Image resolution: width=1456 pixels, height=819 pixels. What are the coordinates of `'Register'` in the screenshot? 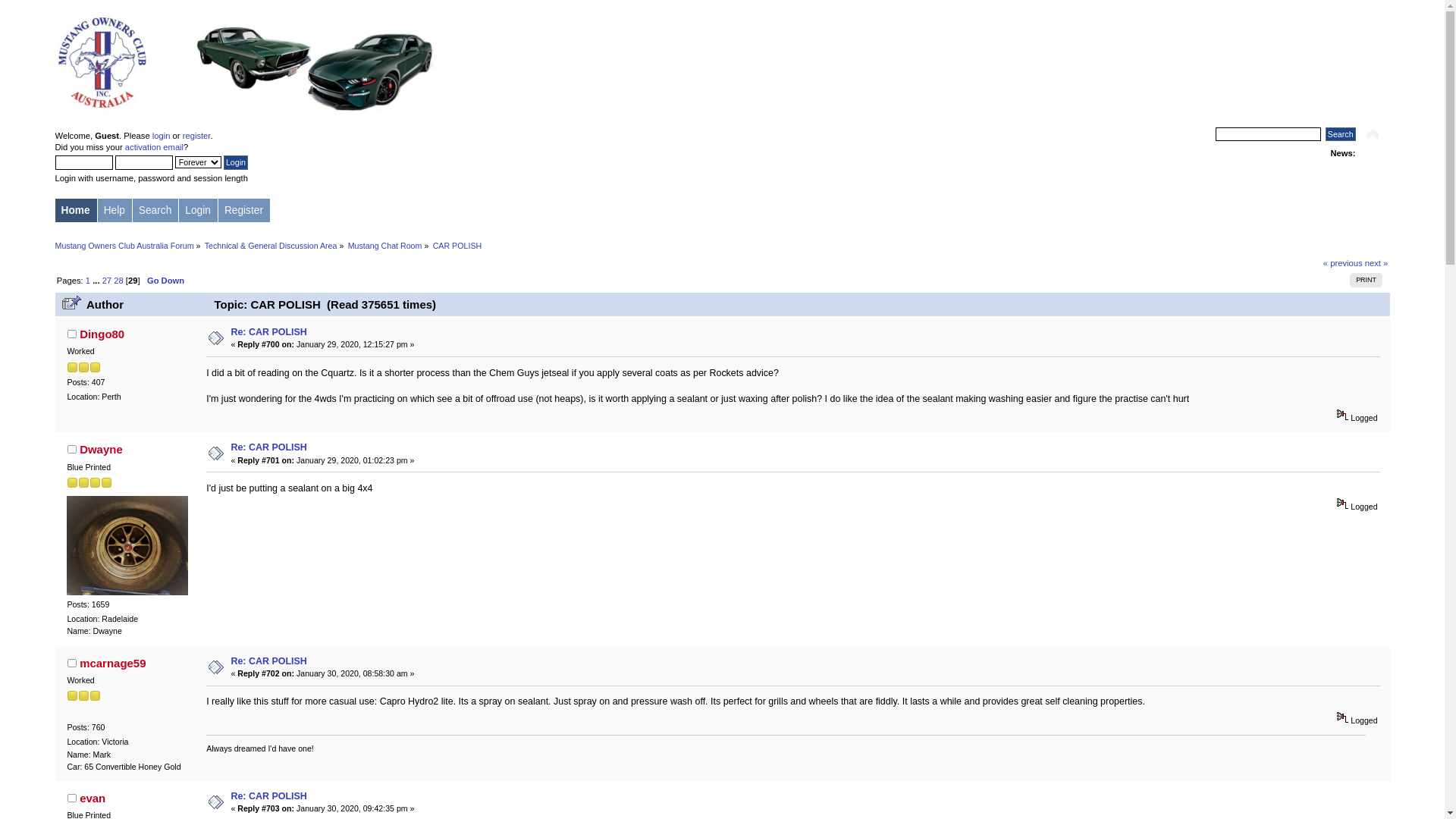 It's located at (244, 210).